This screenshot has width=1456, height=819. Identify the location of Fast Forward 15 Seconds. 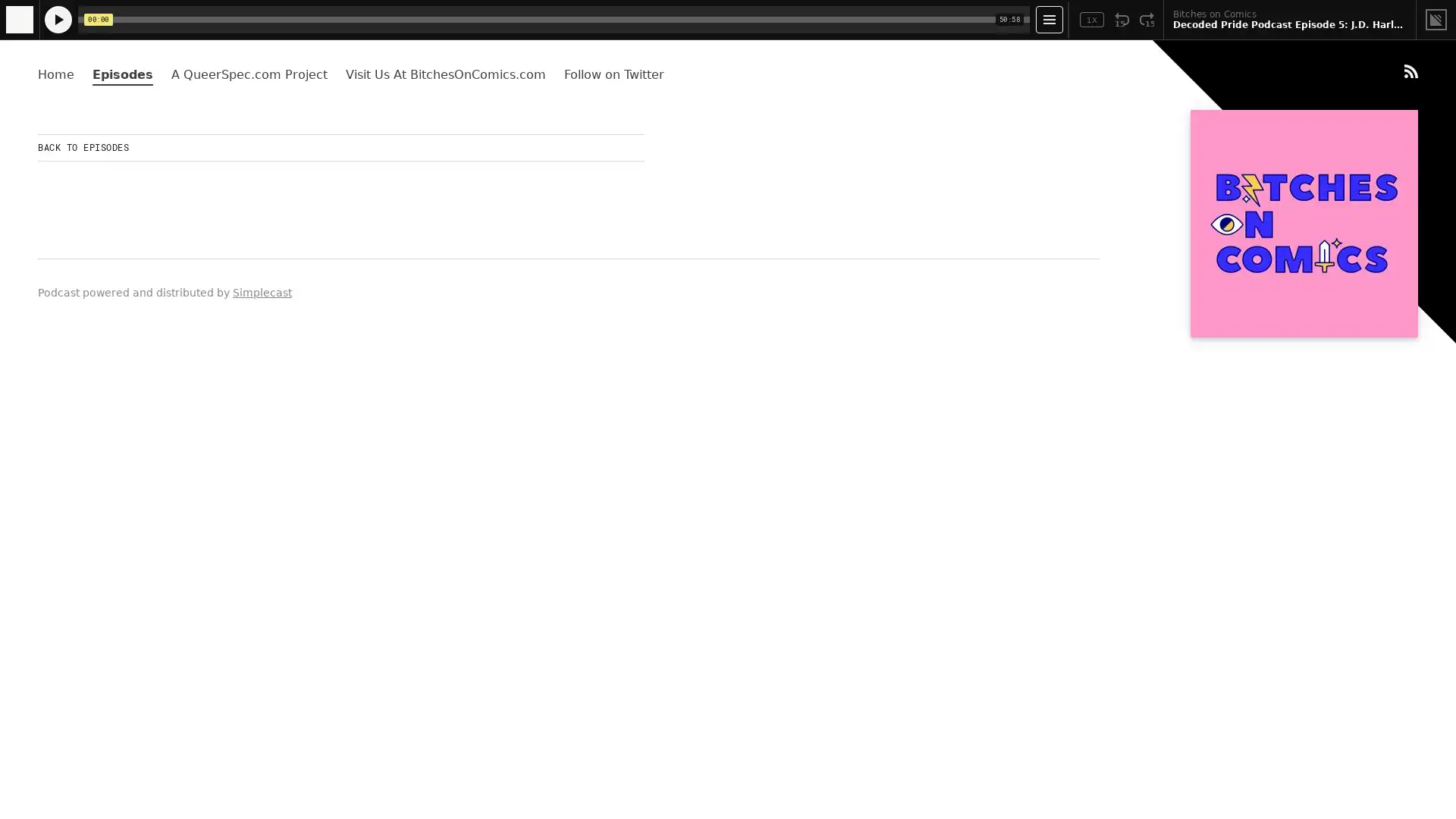
(1147, 20).